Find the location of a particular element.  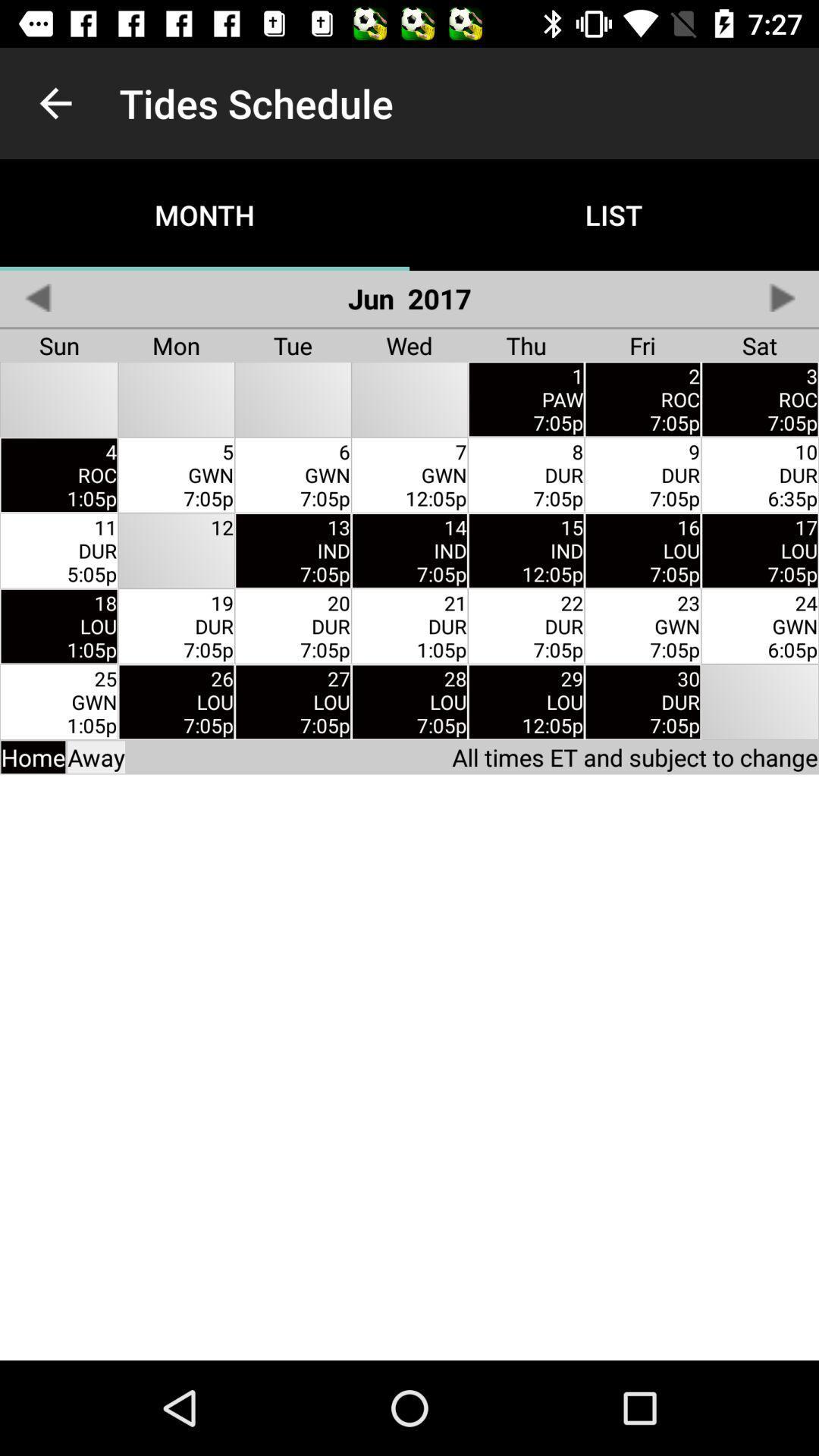

the icon next to month is located at coordinates (36, 297).